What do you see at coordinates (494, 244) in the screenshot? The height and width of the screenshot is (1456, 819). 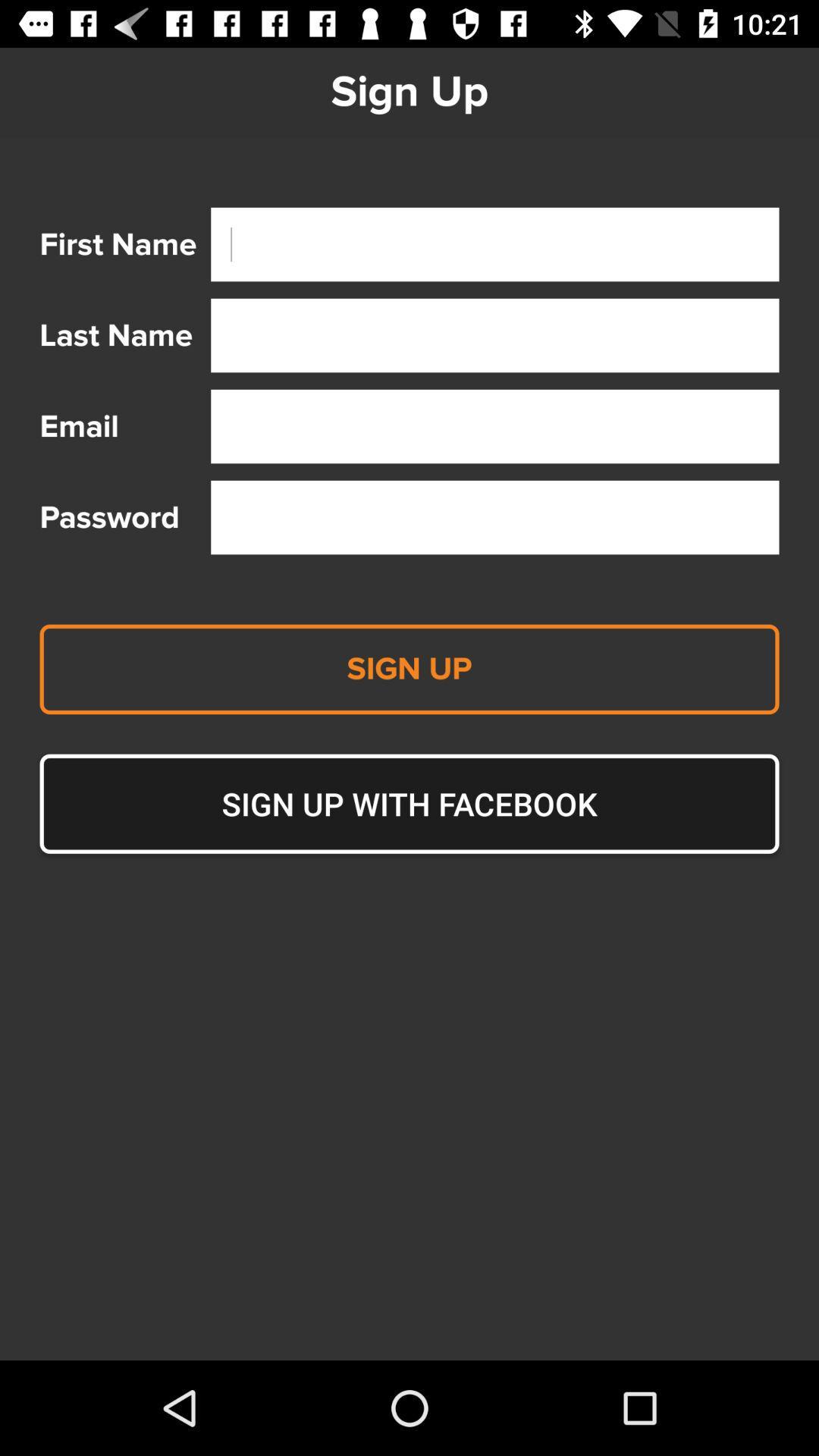 I see `text` at bounding box center [494, 244].